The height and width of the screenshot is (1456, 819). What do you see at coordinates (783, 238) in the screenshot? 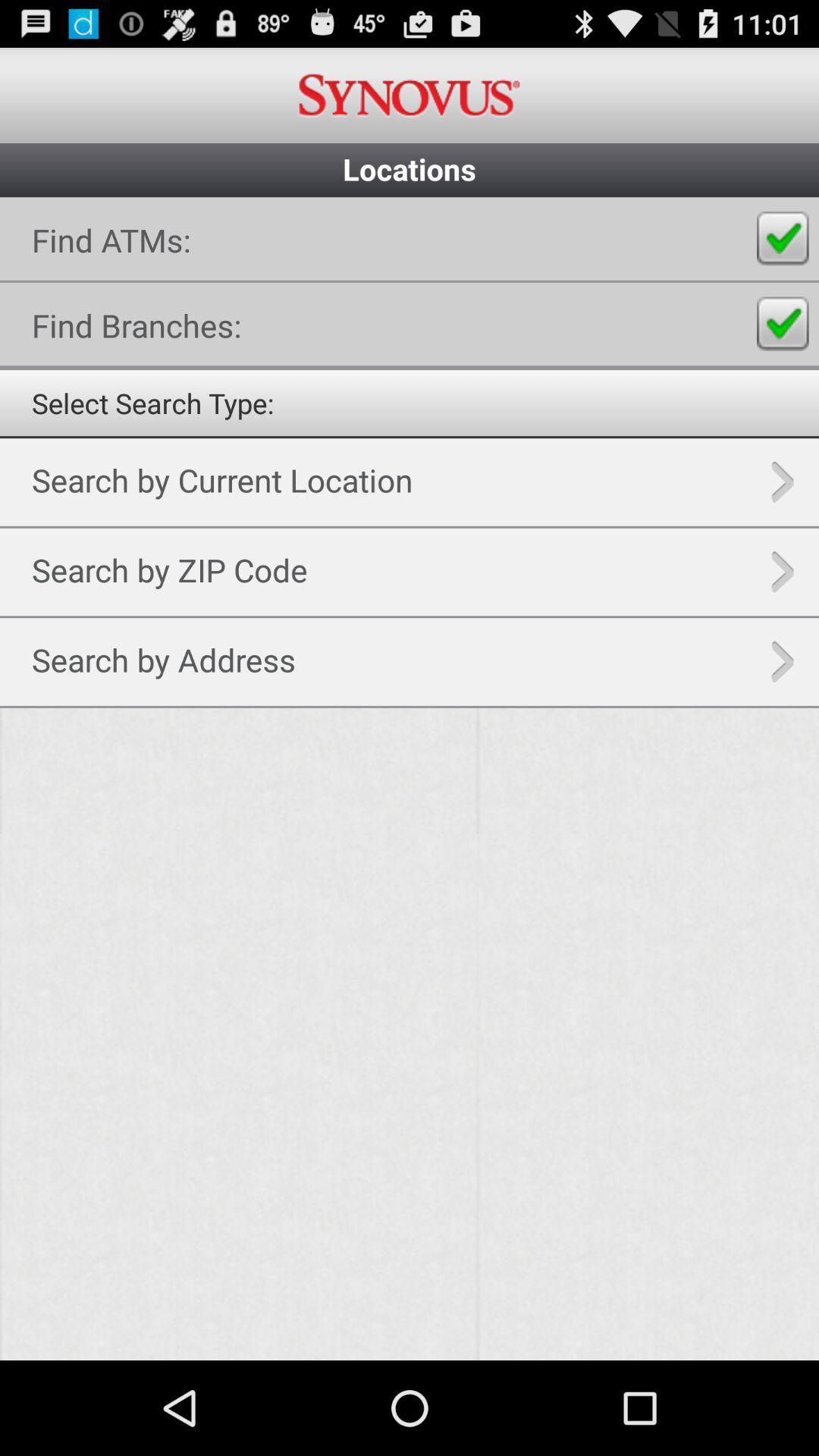
I see `ok` at bounding box center [783, 238].